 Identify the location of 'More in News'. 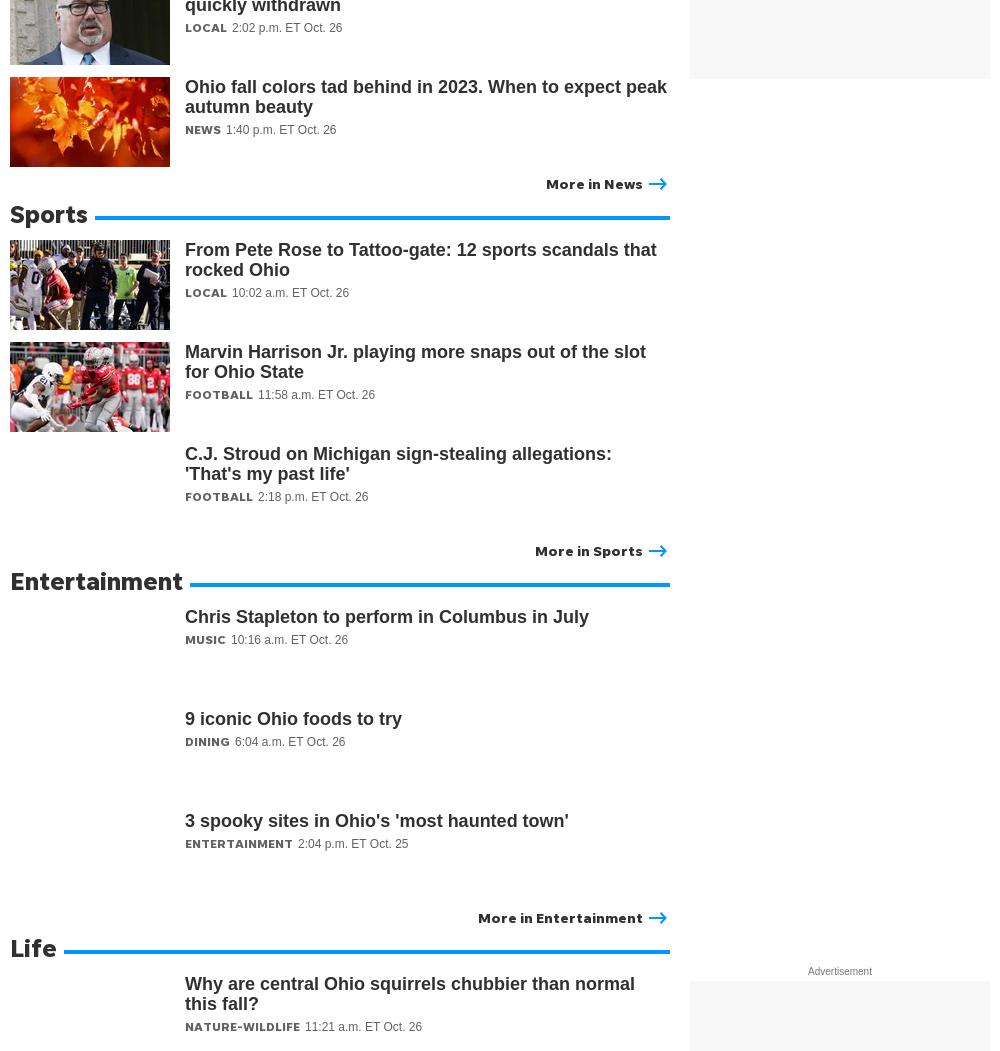
(593, 183).